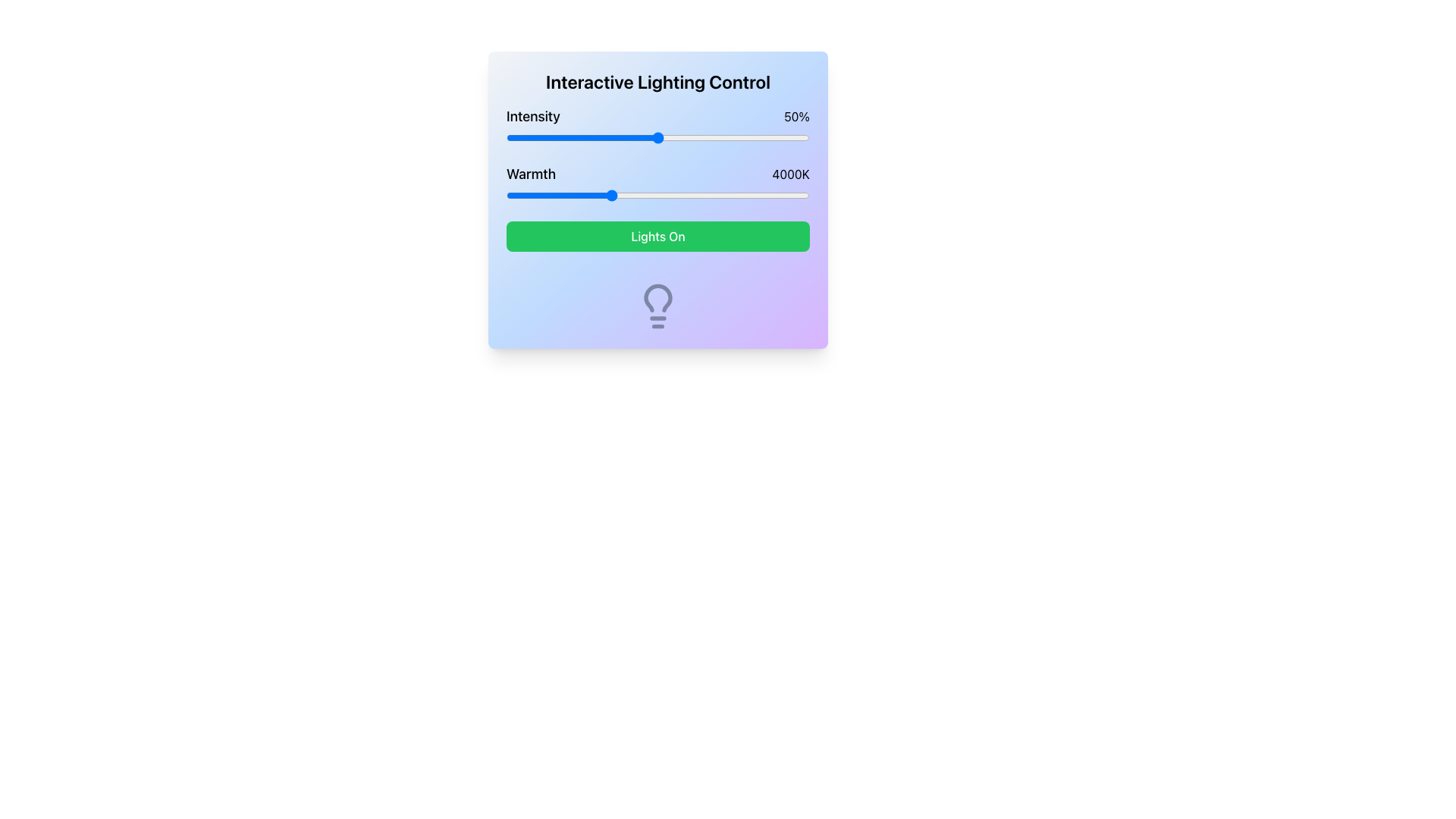 The width and height of the screenshot is (1456, 819). I want to click on warmth, so click(601, 195).